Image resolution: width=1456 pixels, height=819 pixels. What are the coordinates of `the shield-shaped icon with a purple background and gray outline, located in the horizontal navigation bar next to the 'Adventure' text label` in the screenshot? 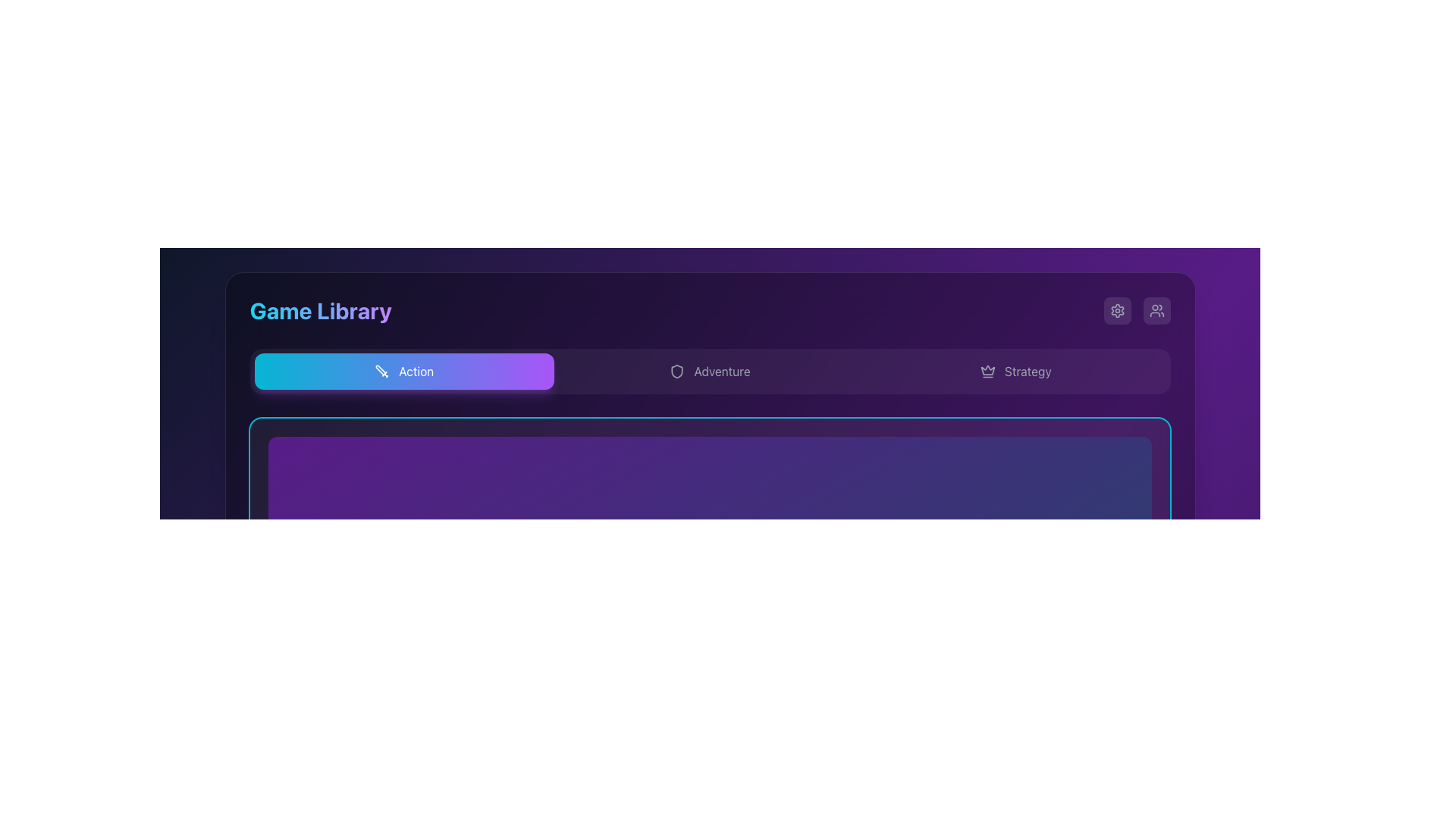 It's located at (676, 371).